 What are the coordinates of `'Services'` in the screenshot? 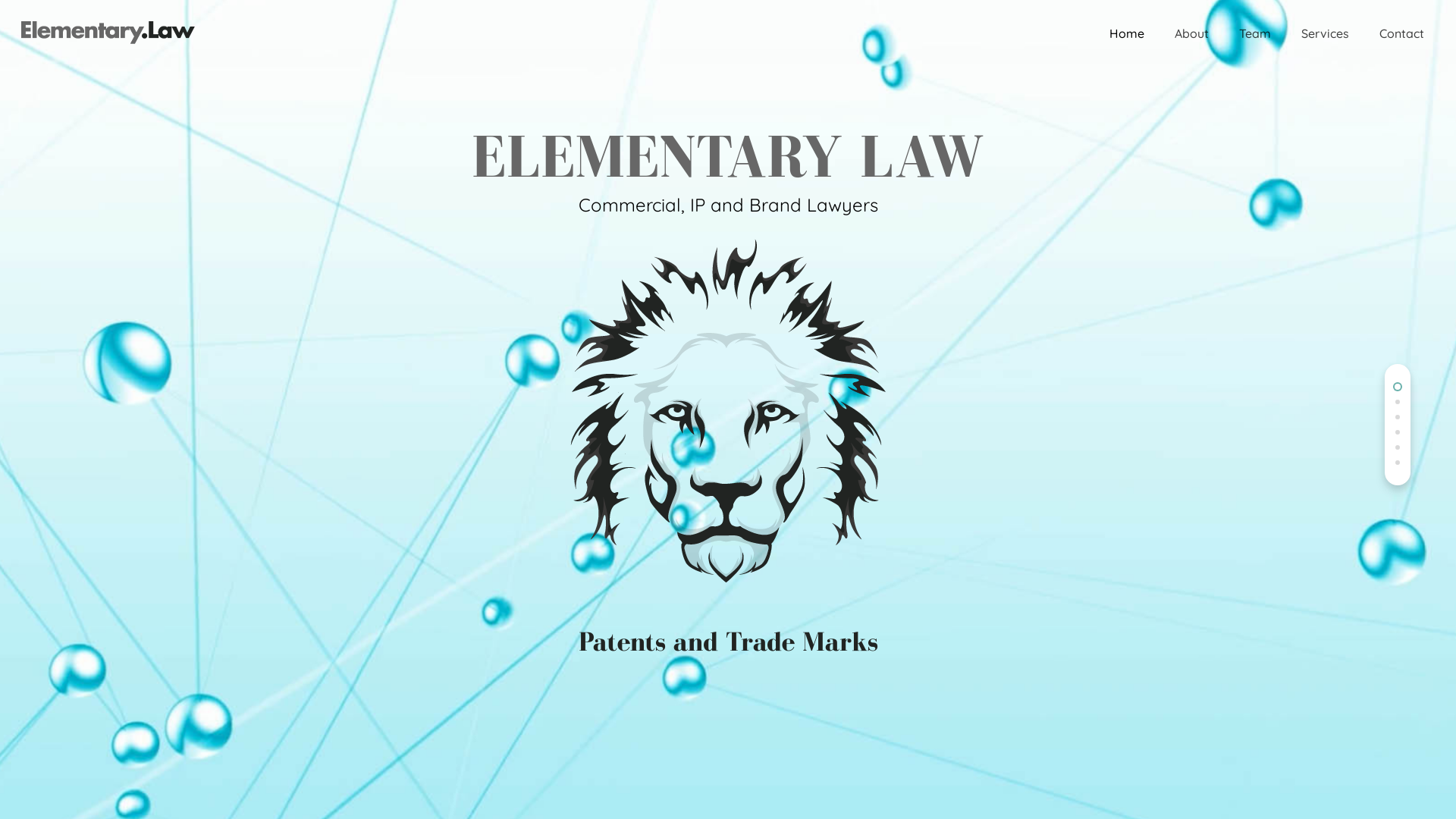 It's located at (1324, 33).